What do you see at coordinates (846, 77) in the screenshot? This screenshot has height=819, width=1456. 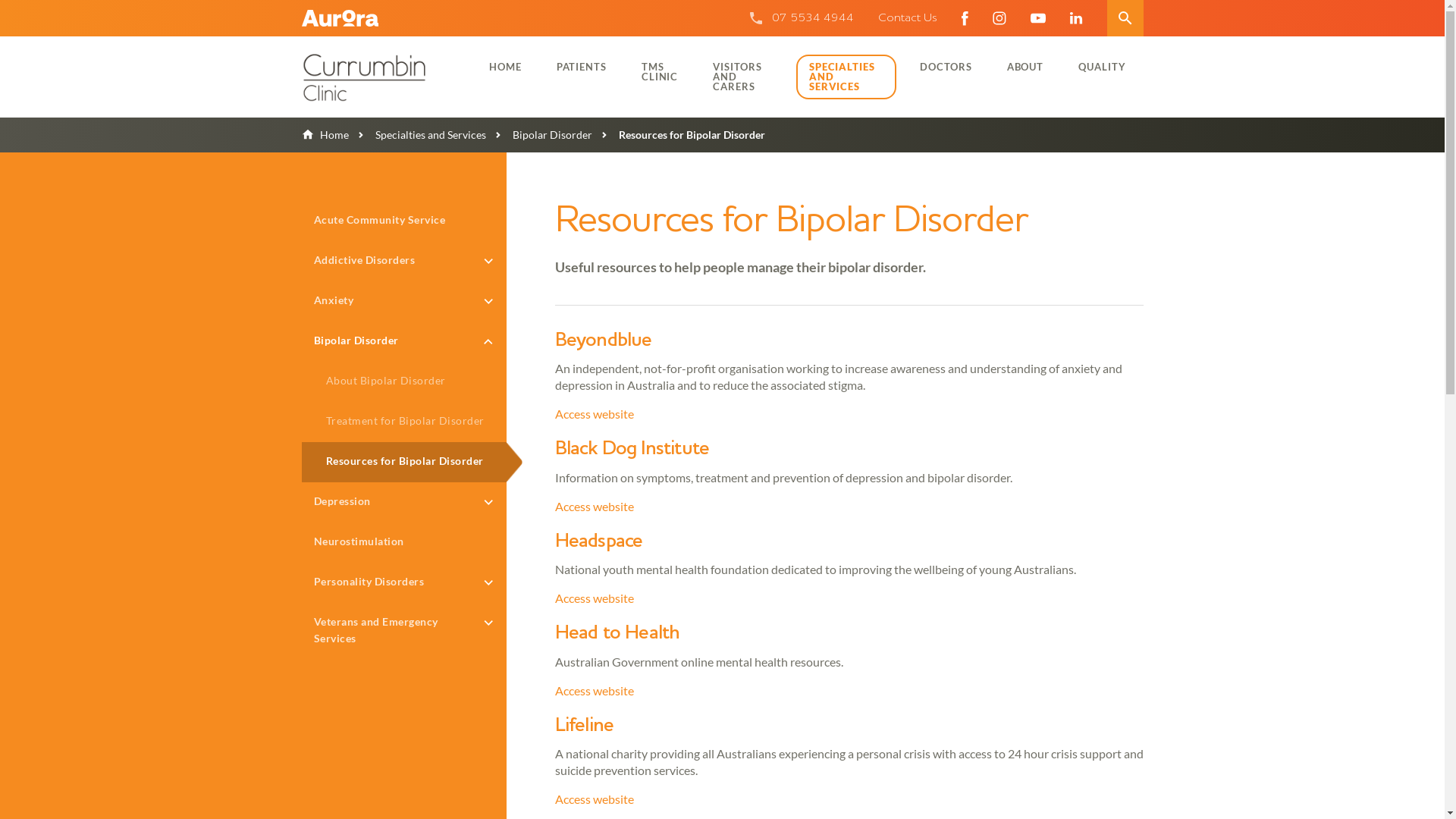 I see `'SPECIALTIES AND SERVICES` at bounding box center [846, 77].